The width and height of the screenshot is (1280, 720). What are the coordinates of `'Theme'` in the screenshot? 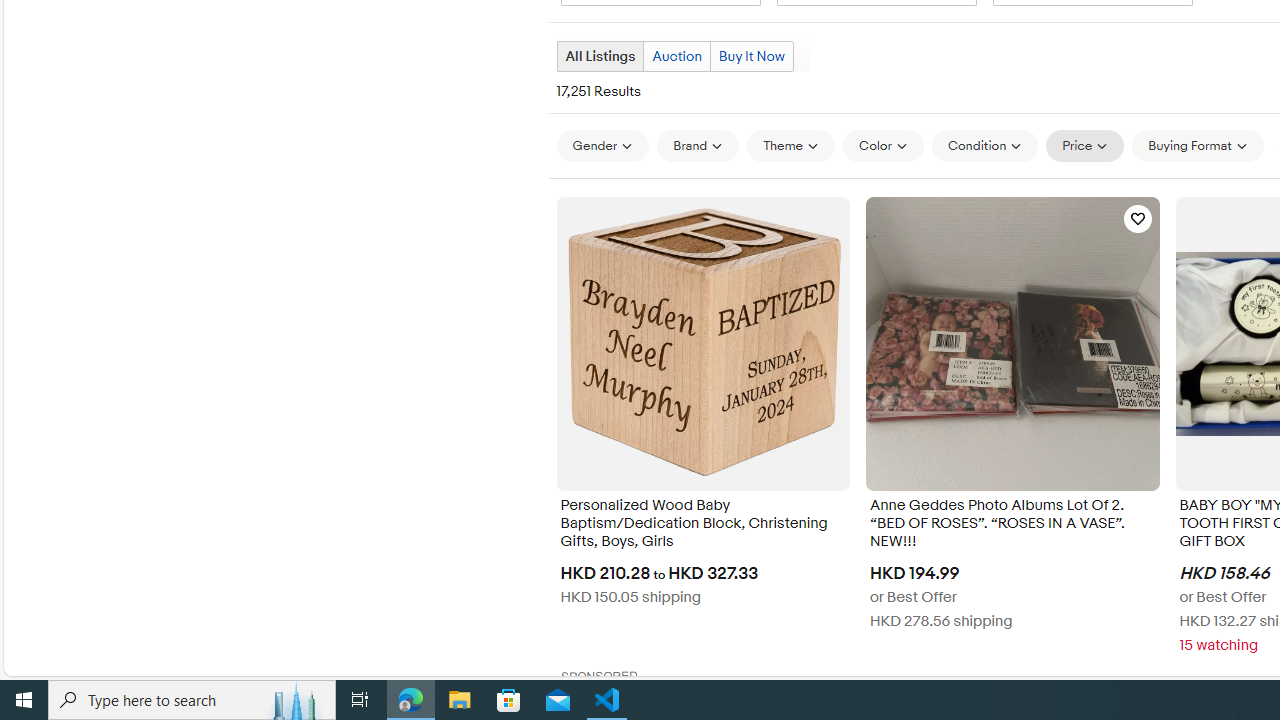 It's located at (790, 144).